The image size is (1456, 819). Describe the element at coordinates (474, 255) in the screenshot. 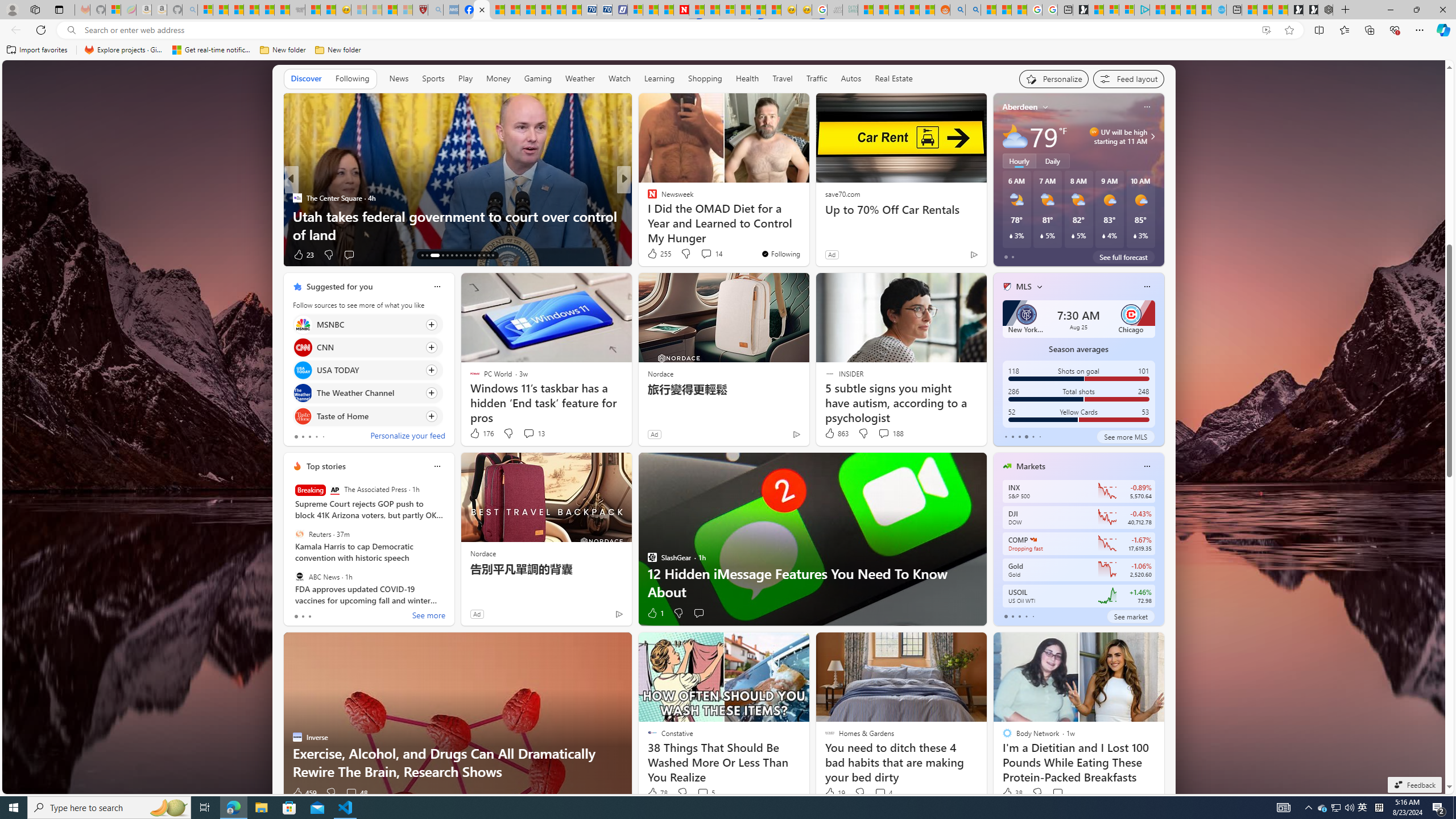

I see `'AutomationID: tab-76'` at that location.